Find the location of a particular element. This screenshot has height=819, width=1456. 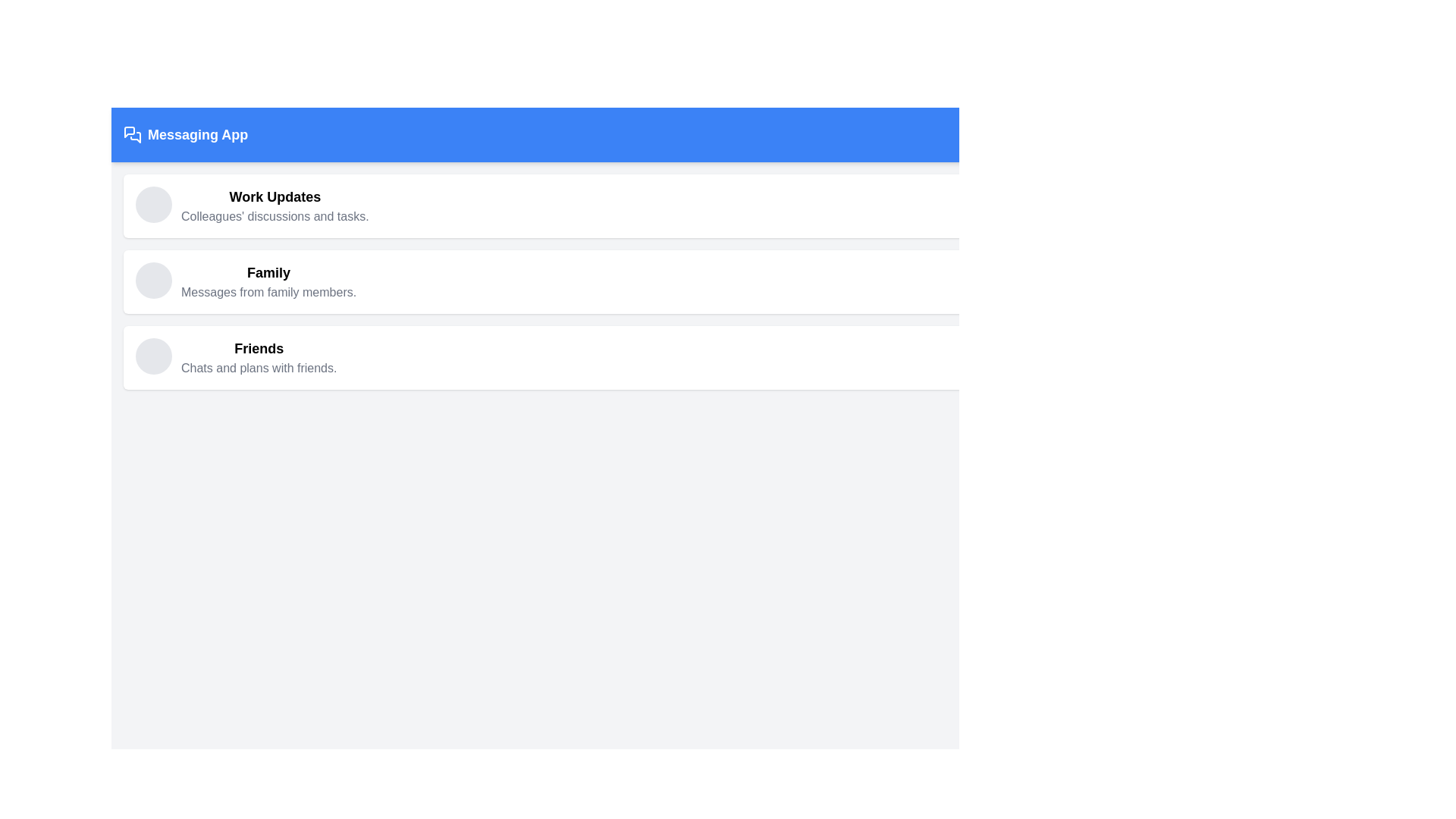

the 'Messaging App' text label, which is styled with a bold white font on a blue rectangular background, located in the upper-left corner of the interface is located at coordinates (185, 133).